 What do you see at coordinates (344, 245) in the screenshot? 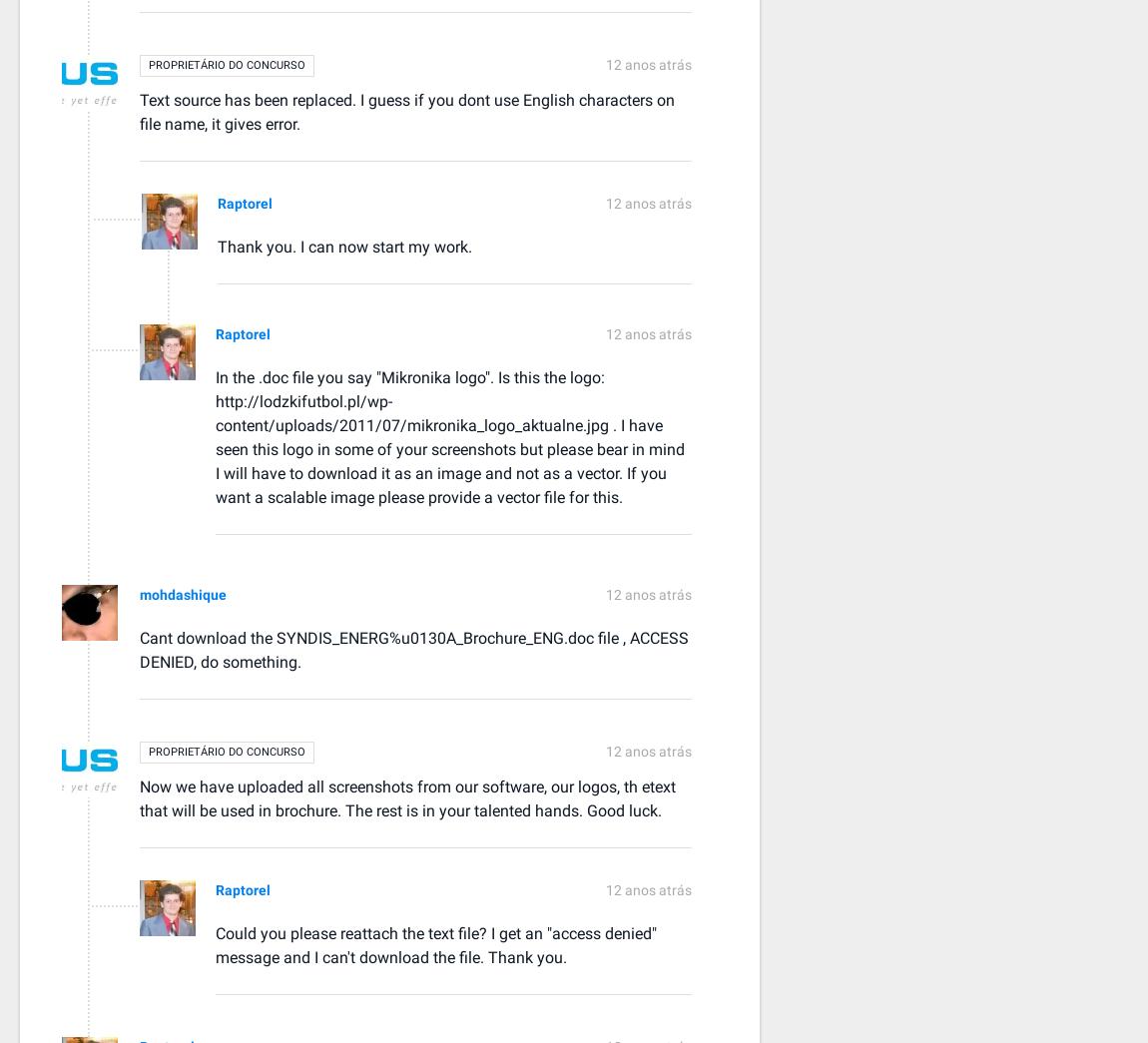
I see `'Thank you. I can now start my work.'` at bounding box center [344, 245].